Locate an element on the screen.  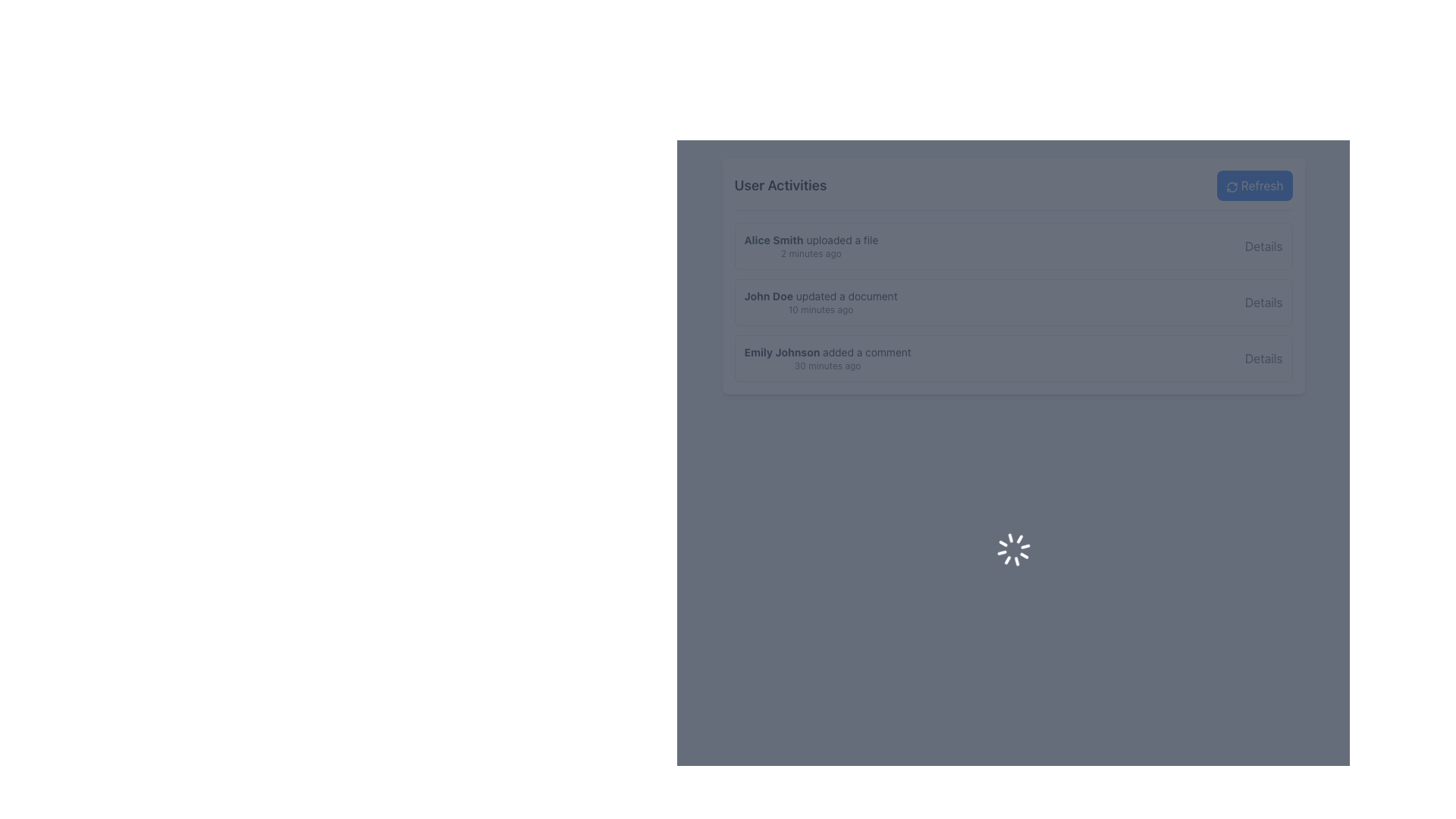
the bolded text 'John Doe' in the 'User Activities' section is located at coordinates (768, 296).